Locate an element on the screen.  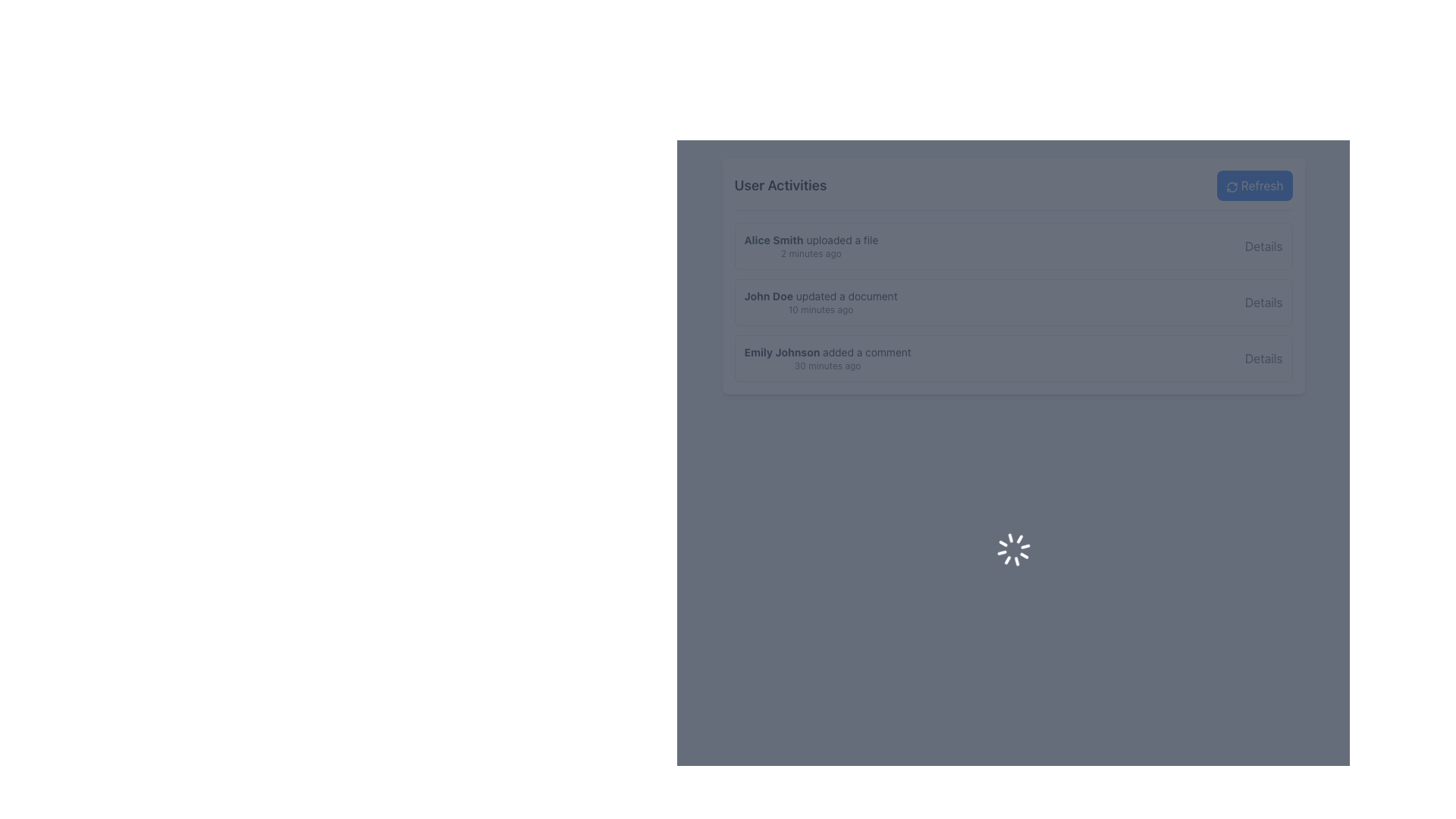
the bolded text 'John Doe' in the 'User Activities' section is located at coordinates (768, 296).